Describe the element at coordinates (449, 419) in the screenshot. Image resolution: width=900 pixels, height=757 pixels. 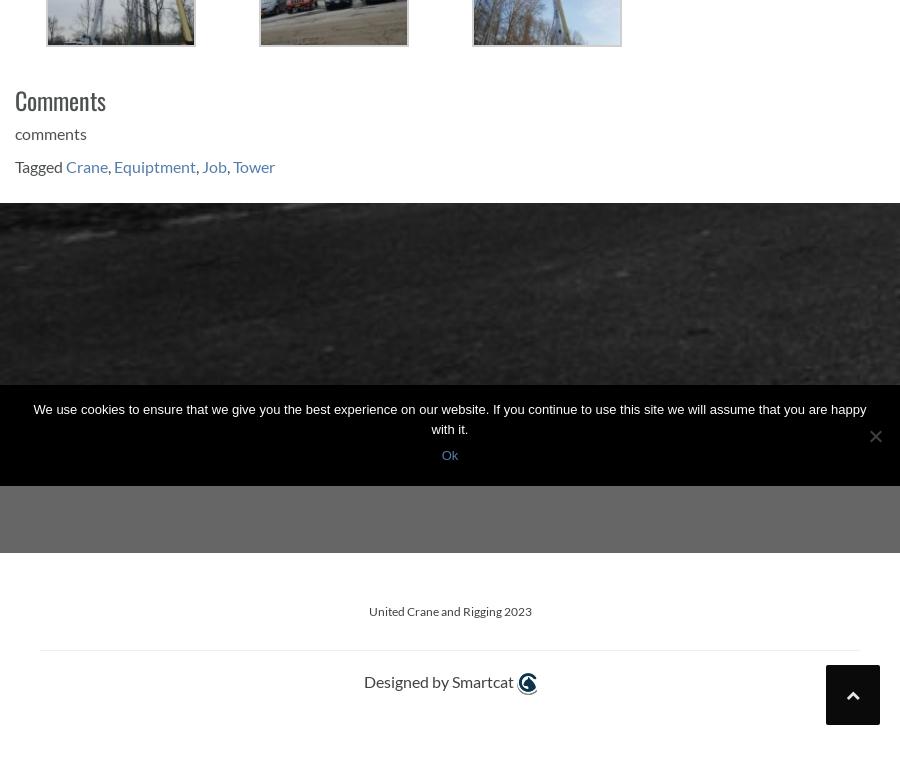
I see `'We use cookies to ensure that we give you the best experience on our website. If you continue to use this site we will assume that you are happy with it.'` at that location.